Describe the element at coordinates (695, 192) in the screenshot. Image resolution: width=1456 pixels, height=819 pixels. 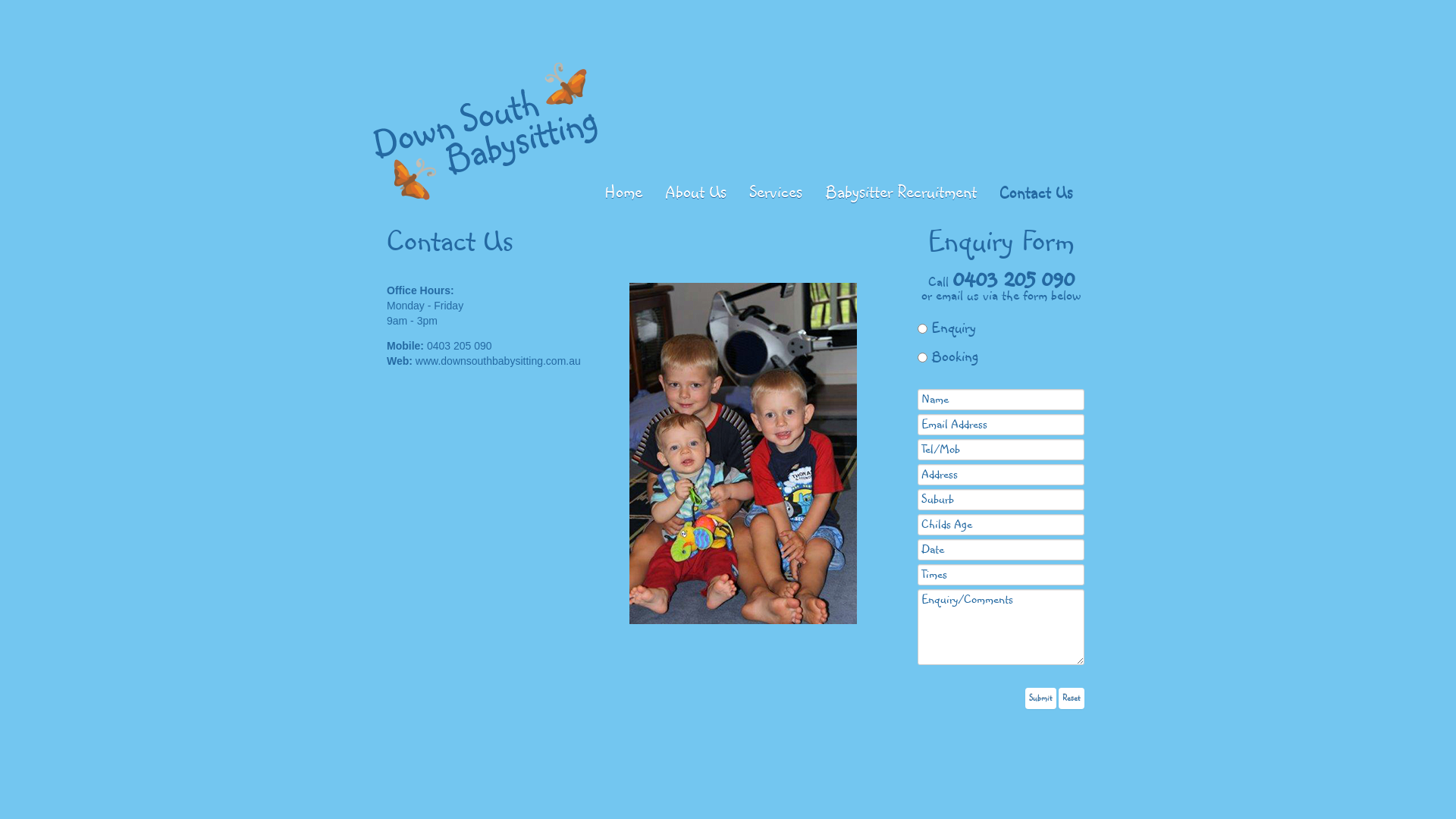
I see `'About Us'` at that location.